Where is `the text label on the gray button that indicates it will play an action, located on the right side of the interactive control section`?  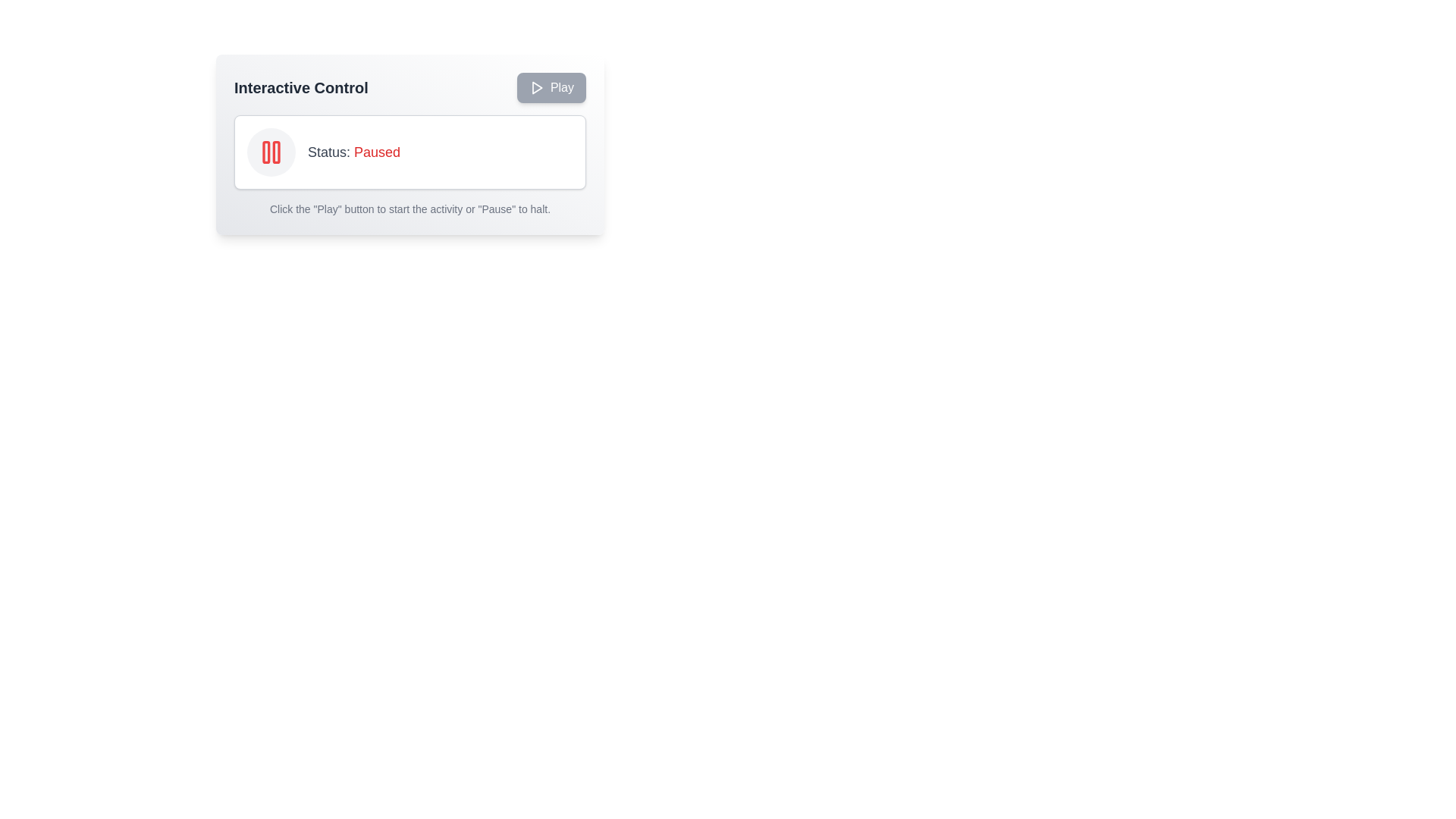
the text label on the gray button that indicates it will play an action, located on the right side of the interactive control section is located at coordinates (561, 87).